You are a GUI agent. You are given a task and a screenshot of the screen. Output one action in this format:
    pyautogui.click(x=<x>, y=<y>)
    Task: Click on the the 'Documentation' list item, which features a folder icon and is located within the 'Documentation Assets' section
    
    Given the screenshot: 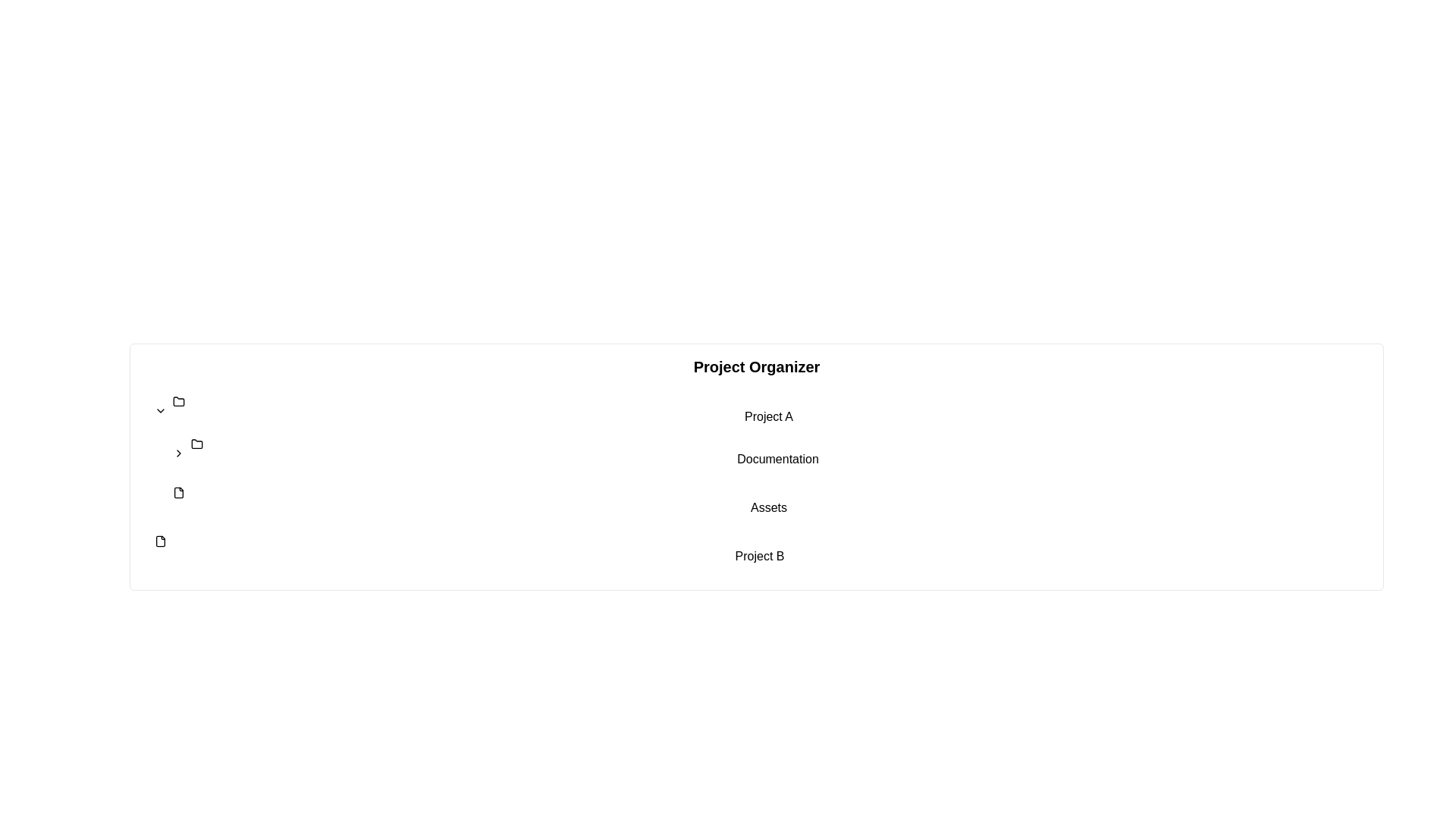 What is the action you would take?
    pyautogui.click(x=768, y=452)
    